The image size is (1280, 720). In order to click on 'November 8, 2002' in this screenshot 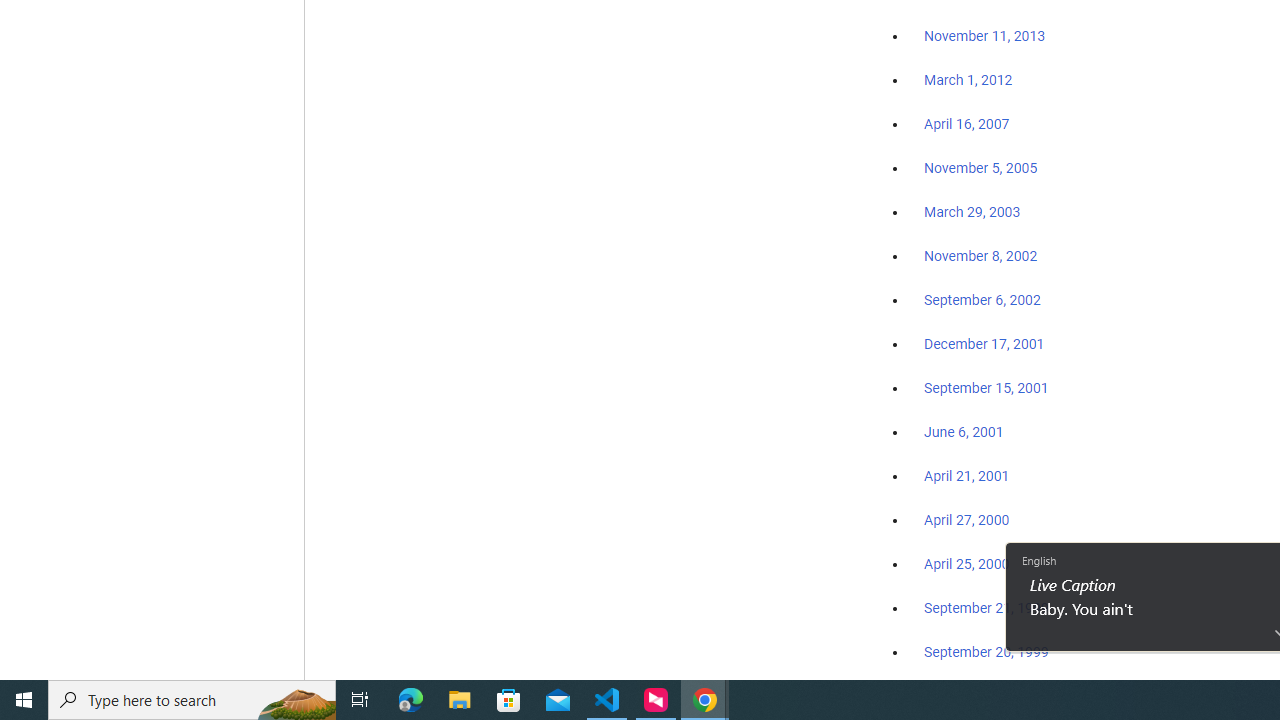, I will do `click(981, 255)`.